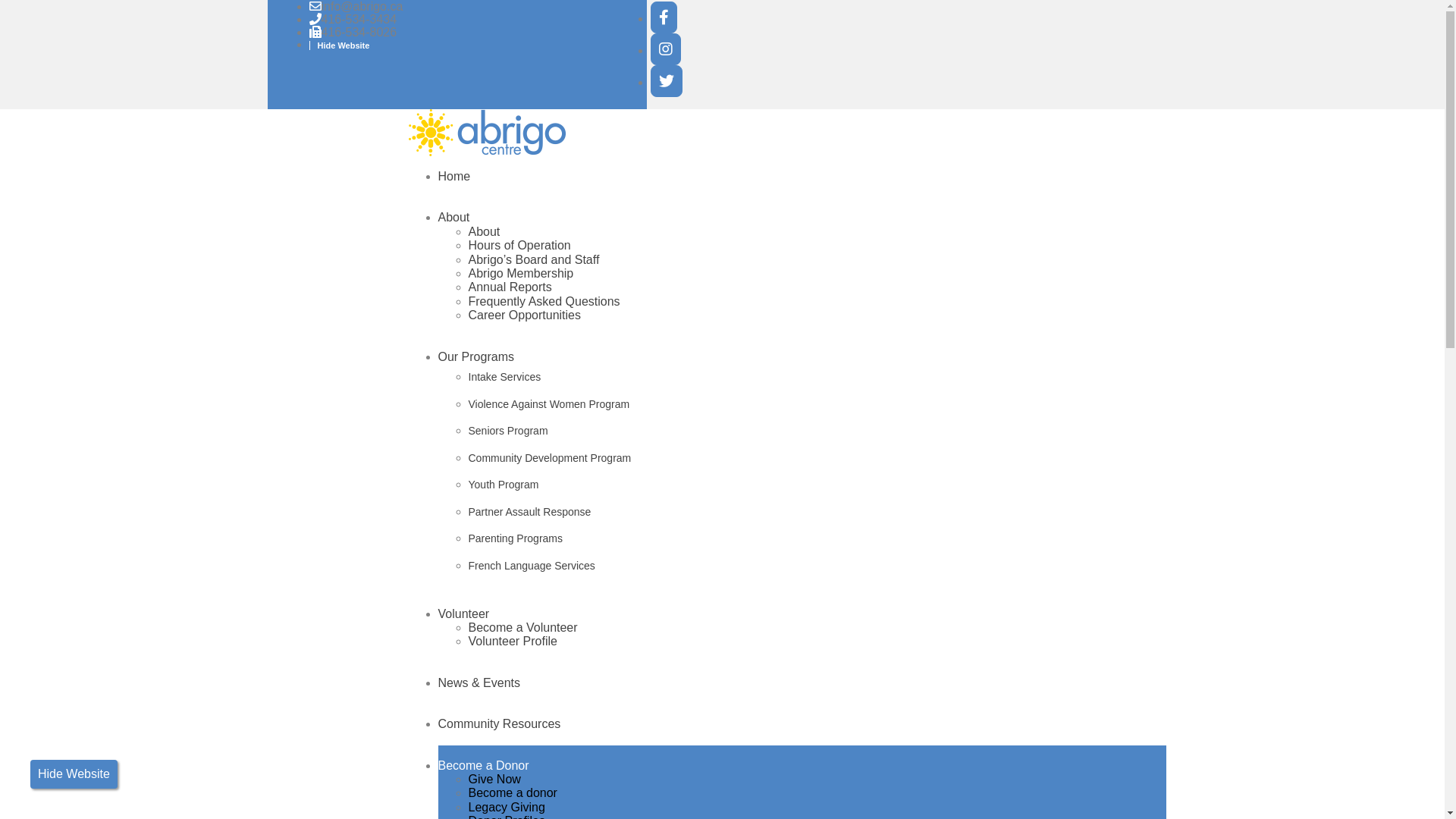 The height and width of the screenshot is (819, 1456). Describe the element at coordinates (483, 765) in the screenshot. I see `'Become a Donor'` at that location.